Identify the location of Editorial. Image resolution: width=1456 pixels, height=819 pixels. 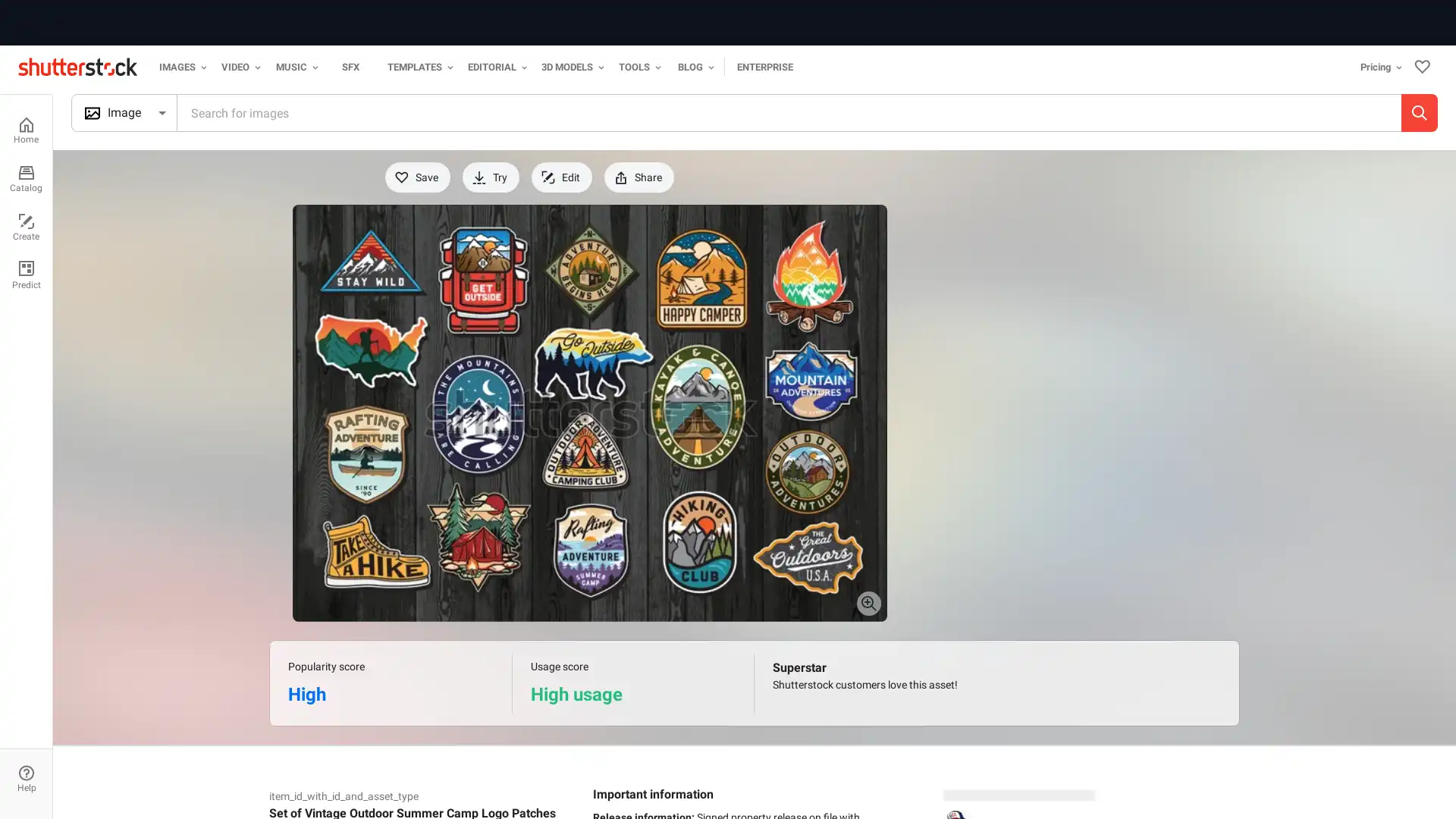
(494, 66).